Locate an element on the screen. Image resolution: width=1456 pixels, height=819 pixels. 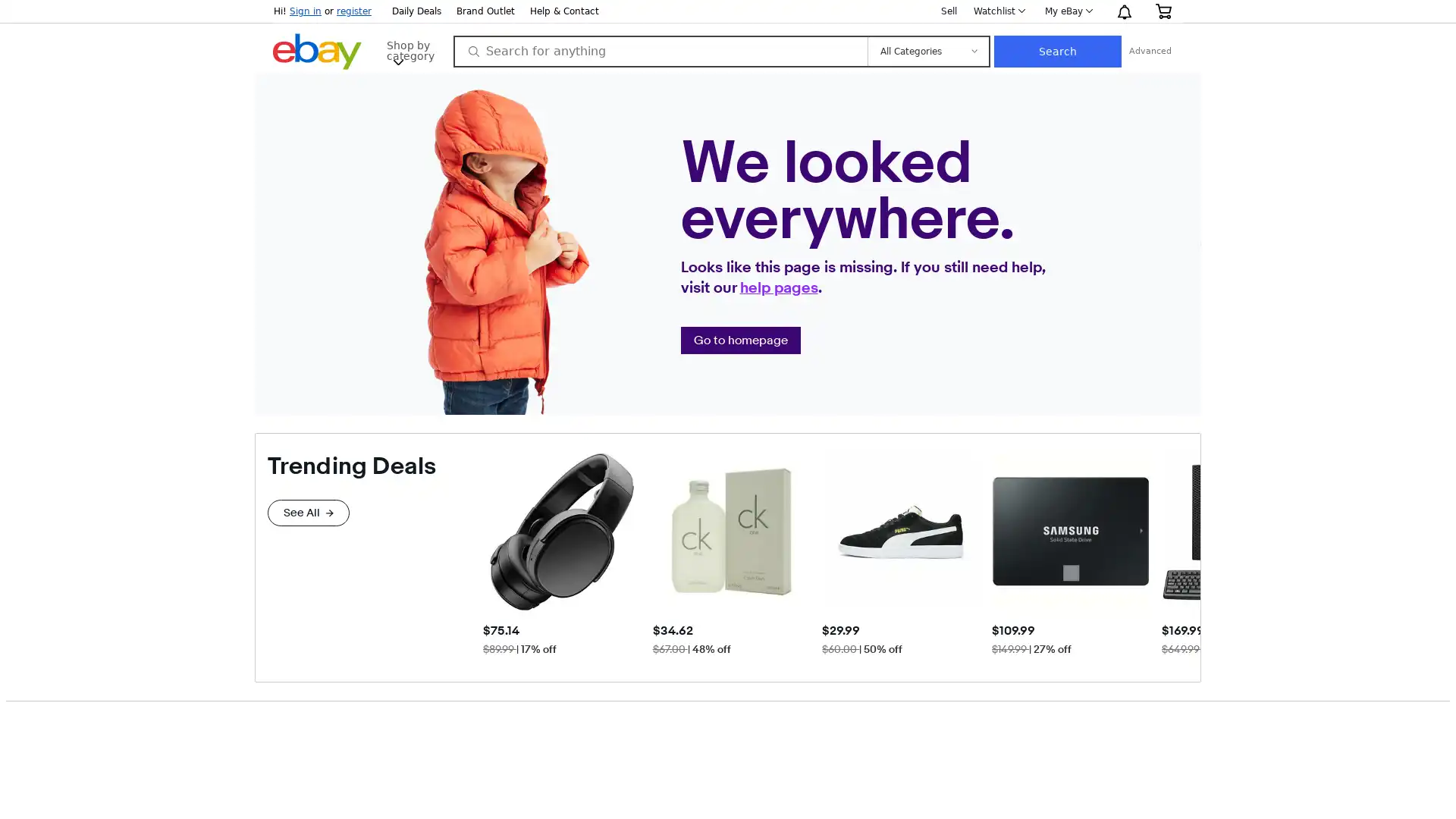
Search is located at coordinates (1161, 51).